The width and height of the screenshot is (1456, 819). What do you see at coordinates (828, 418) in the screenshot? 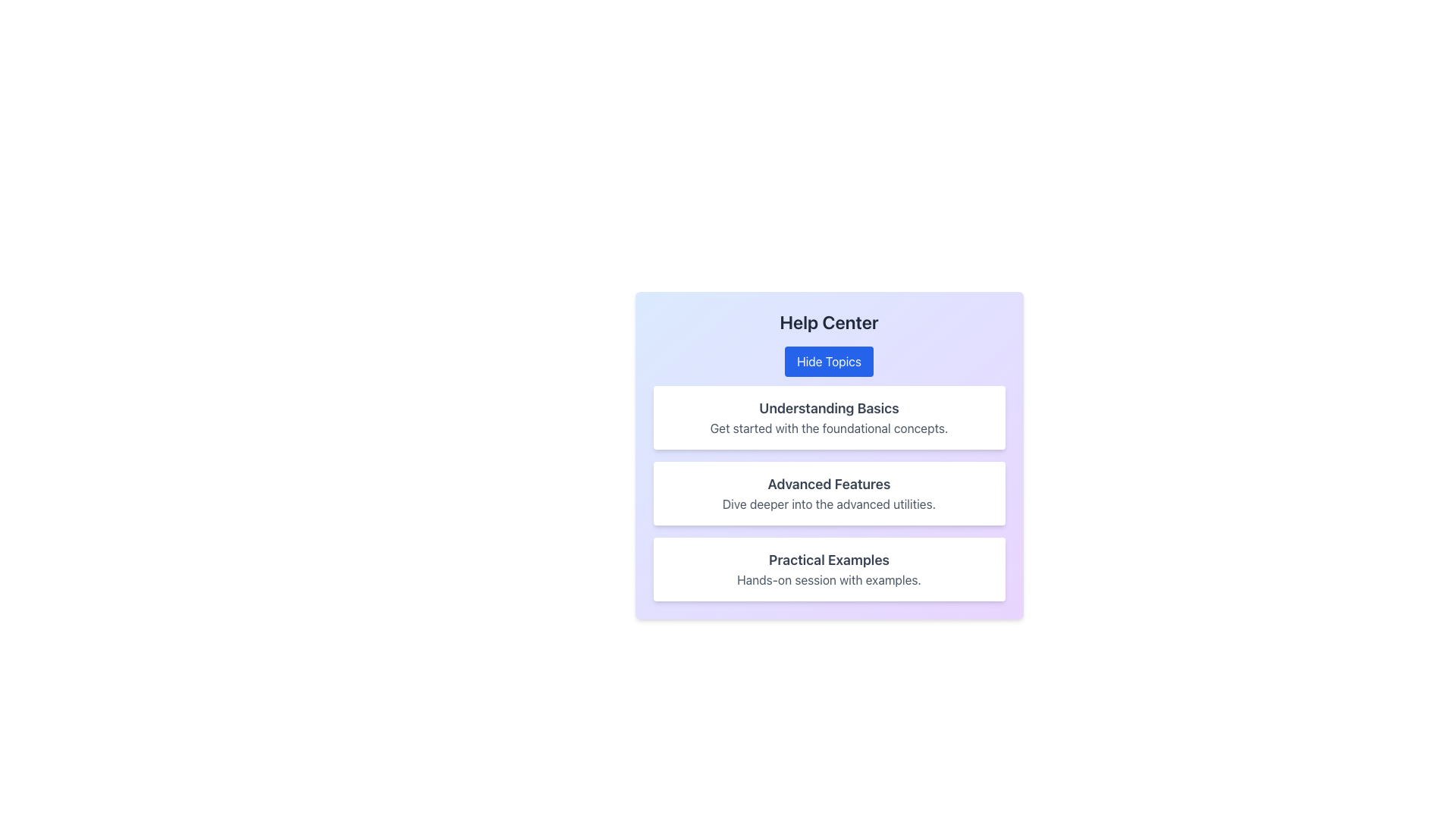
I see `the textual content block titled 'Understanding Basics' which is the first entry in the Help Center section` at bounding box center [828, 418].